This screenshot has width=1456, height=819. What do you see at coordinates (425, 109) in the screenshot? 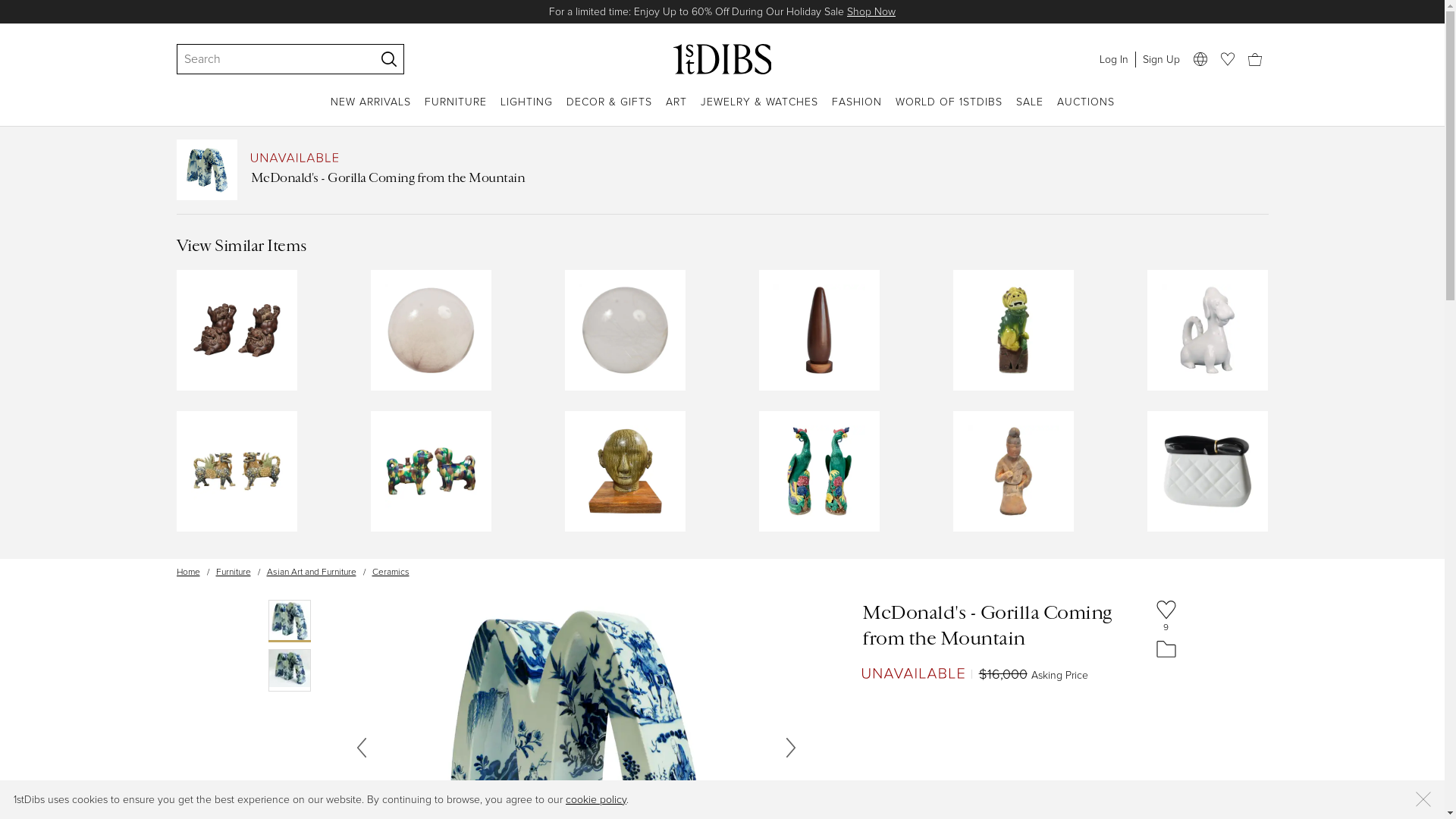
I see `'FURNITURE'` at bounding box center [425, 109].